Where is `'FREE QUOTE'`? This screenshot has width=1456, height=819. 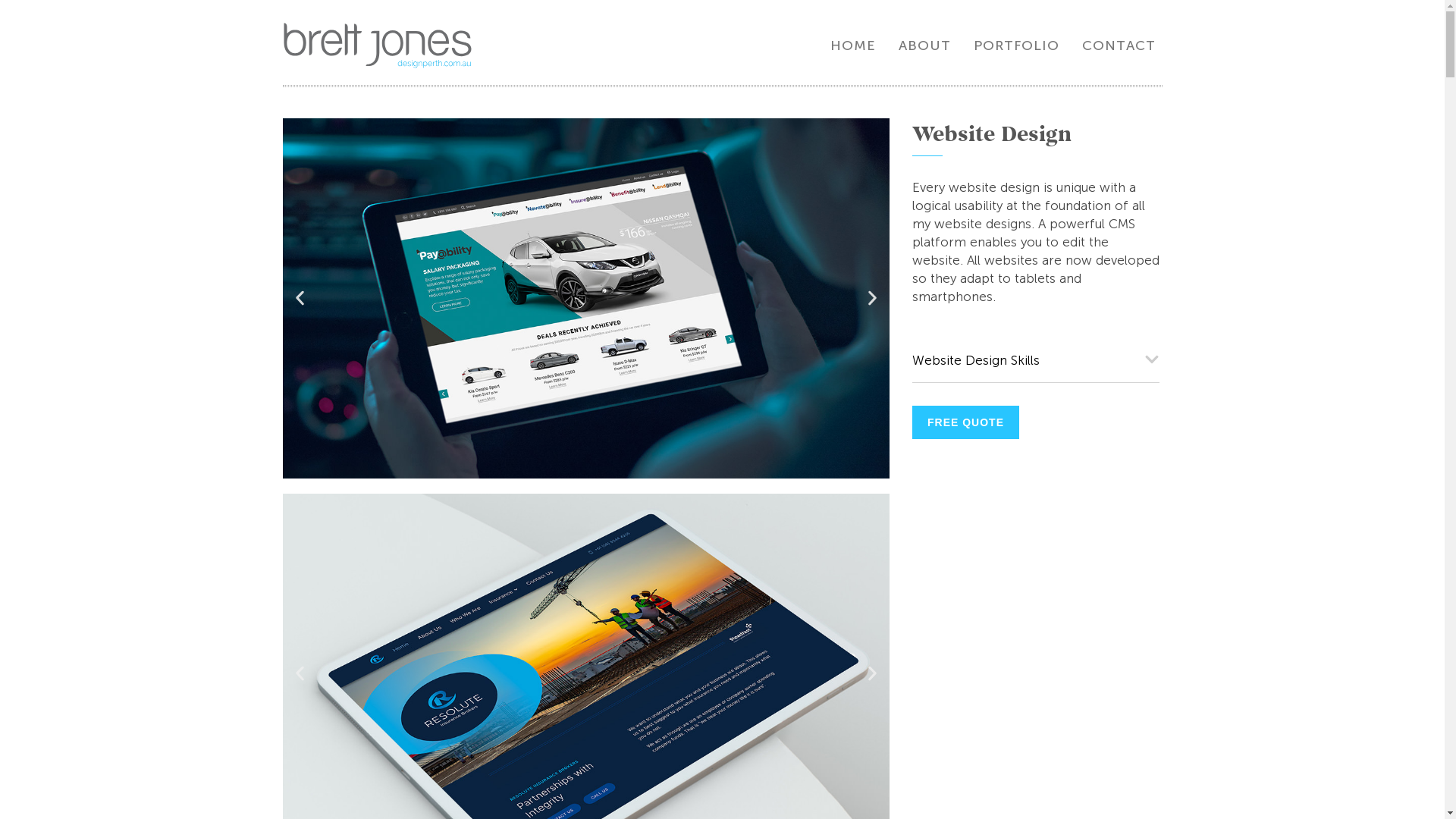 'FREE QUOTE' is located at coordinates (910, 422).